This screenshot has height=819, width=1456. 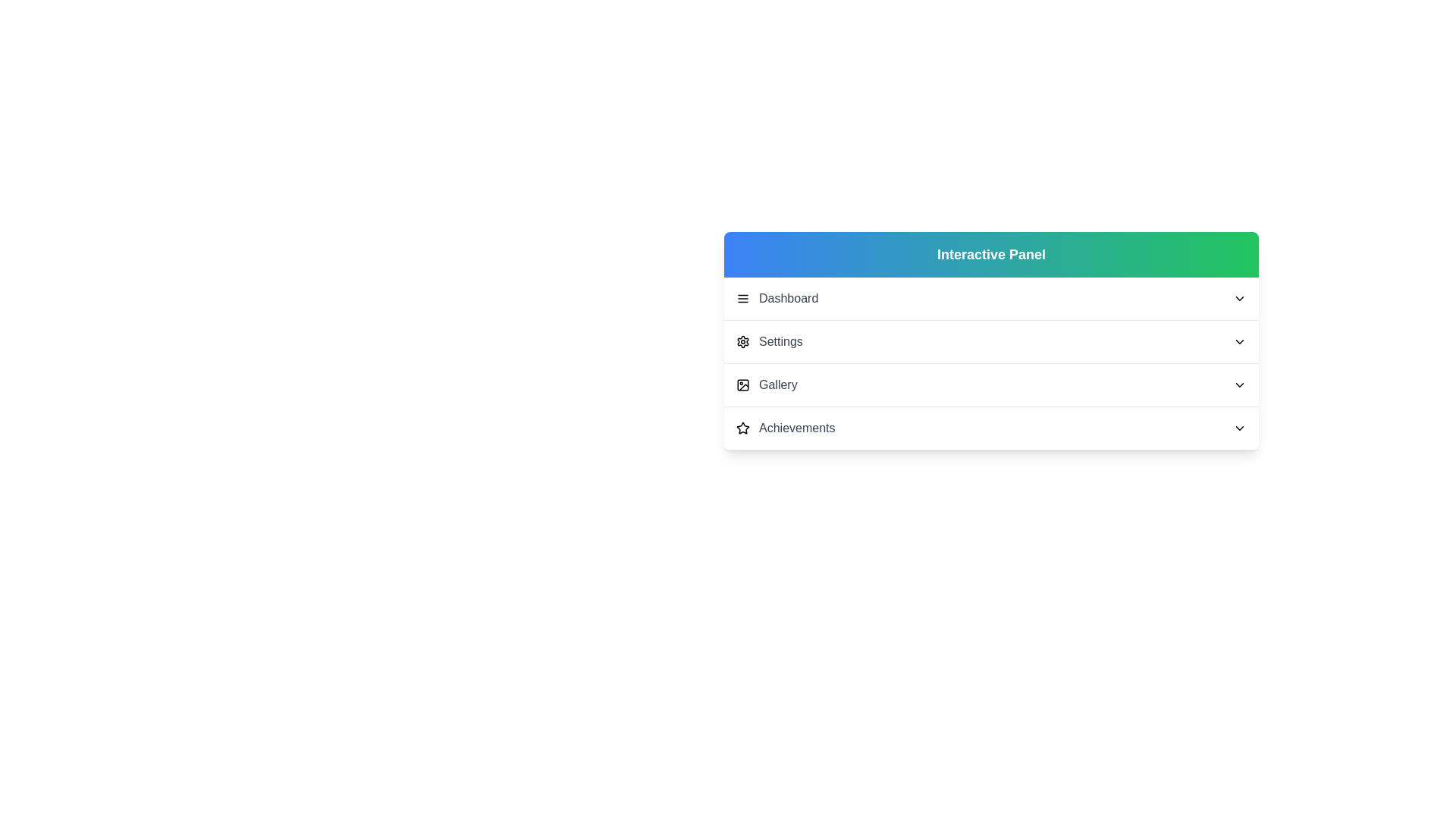 I want to click on the settings icon located to the left of the 'Settings' label in the interactive panel menu, so click(x=742, y=342).